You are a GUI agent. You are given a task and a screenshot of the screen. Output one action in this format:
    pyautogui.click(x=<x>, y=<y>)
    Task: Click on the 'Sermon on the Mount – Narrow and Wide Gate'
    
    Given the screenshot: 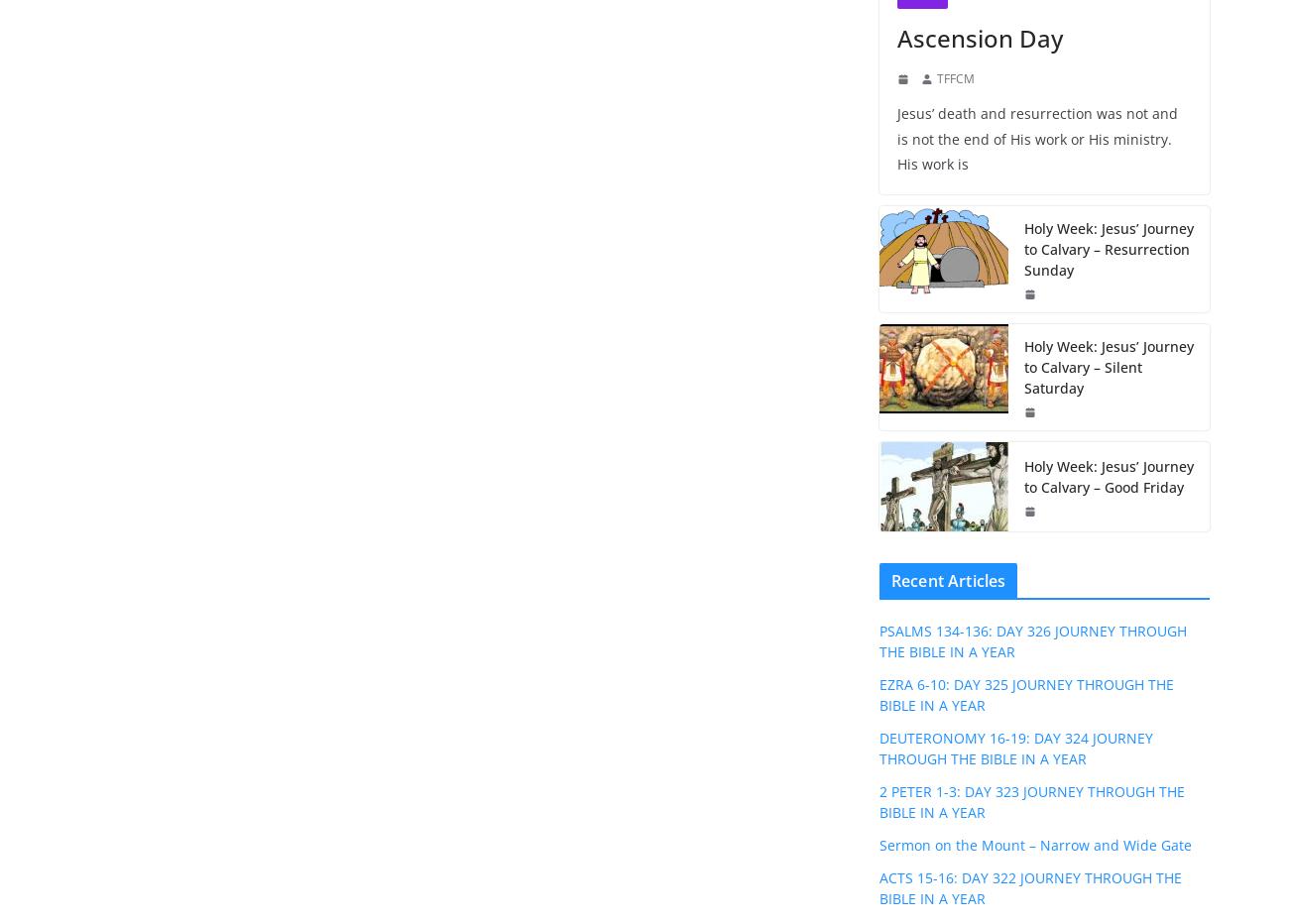 What is the action you would take?
    pyautogui.click(x=1035, y=843)
    